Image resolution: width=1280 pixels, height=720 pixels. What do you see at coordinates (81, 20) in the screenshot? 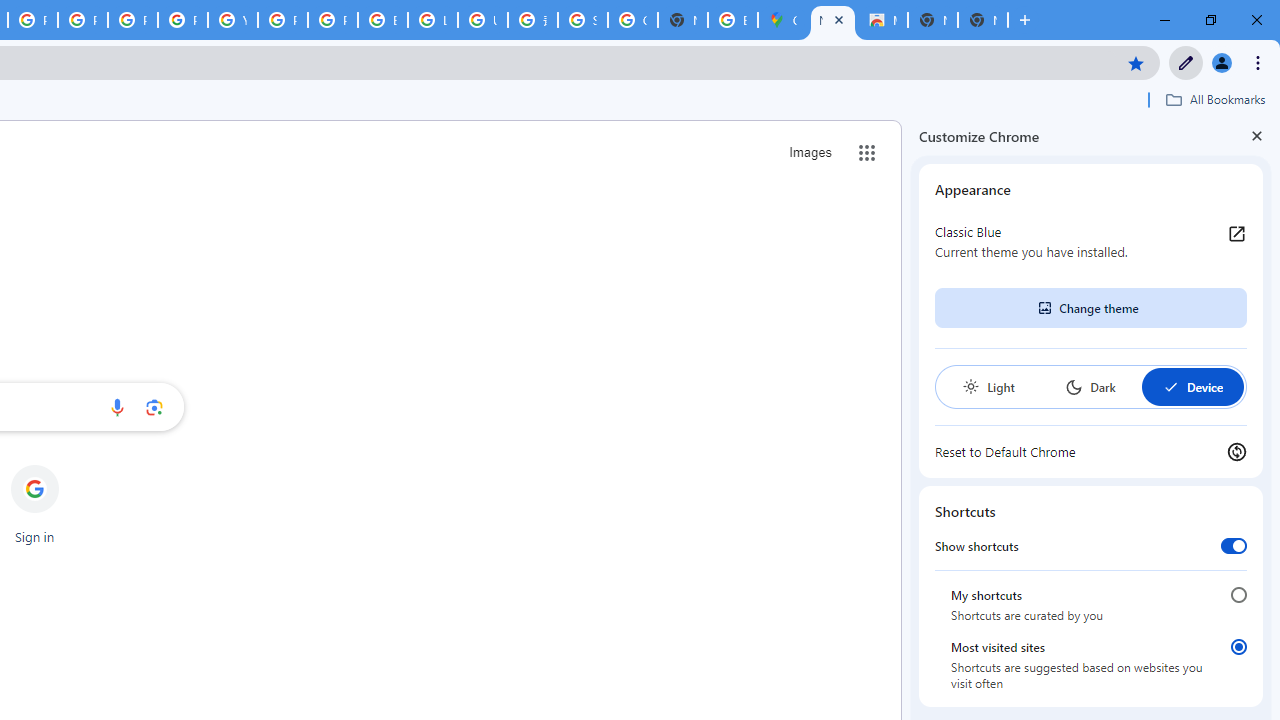
I see `'Privacy Help Center - Policies Help'` at bounding box center [81, 20].